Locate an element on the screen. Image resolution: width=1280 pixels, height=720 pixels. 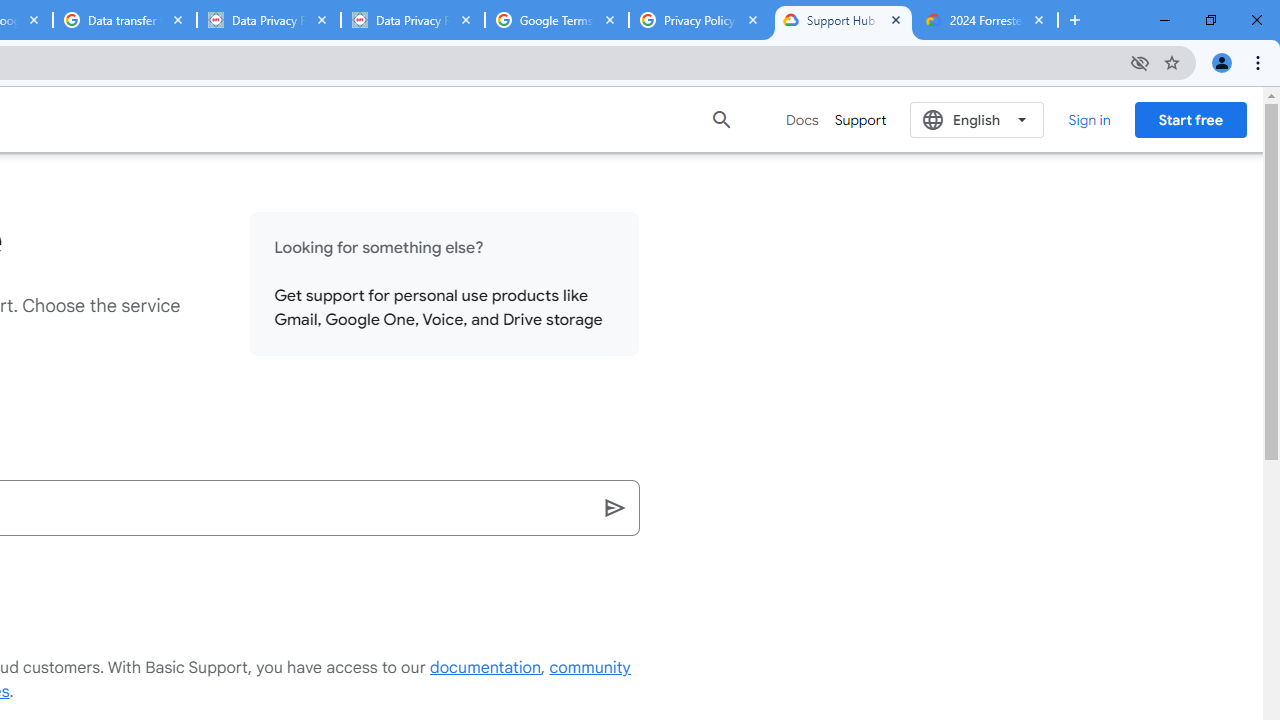
'Third-party cookies blocked' is located at coordinates (1139, 61).